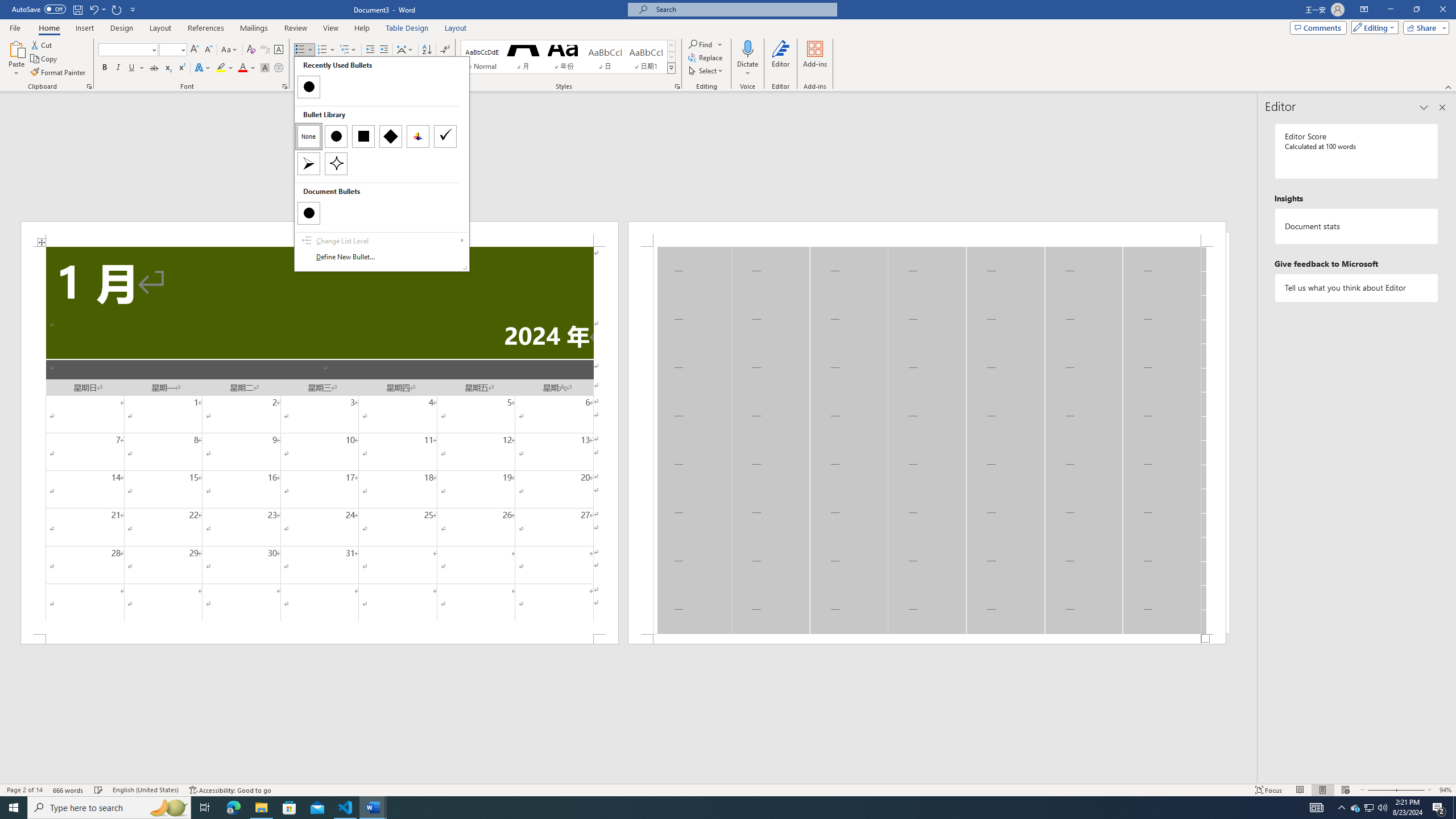  Describe the element at coordinates (260, 806) in the screenshot. I see `'File Explorer - 1 running window'` at that location.